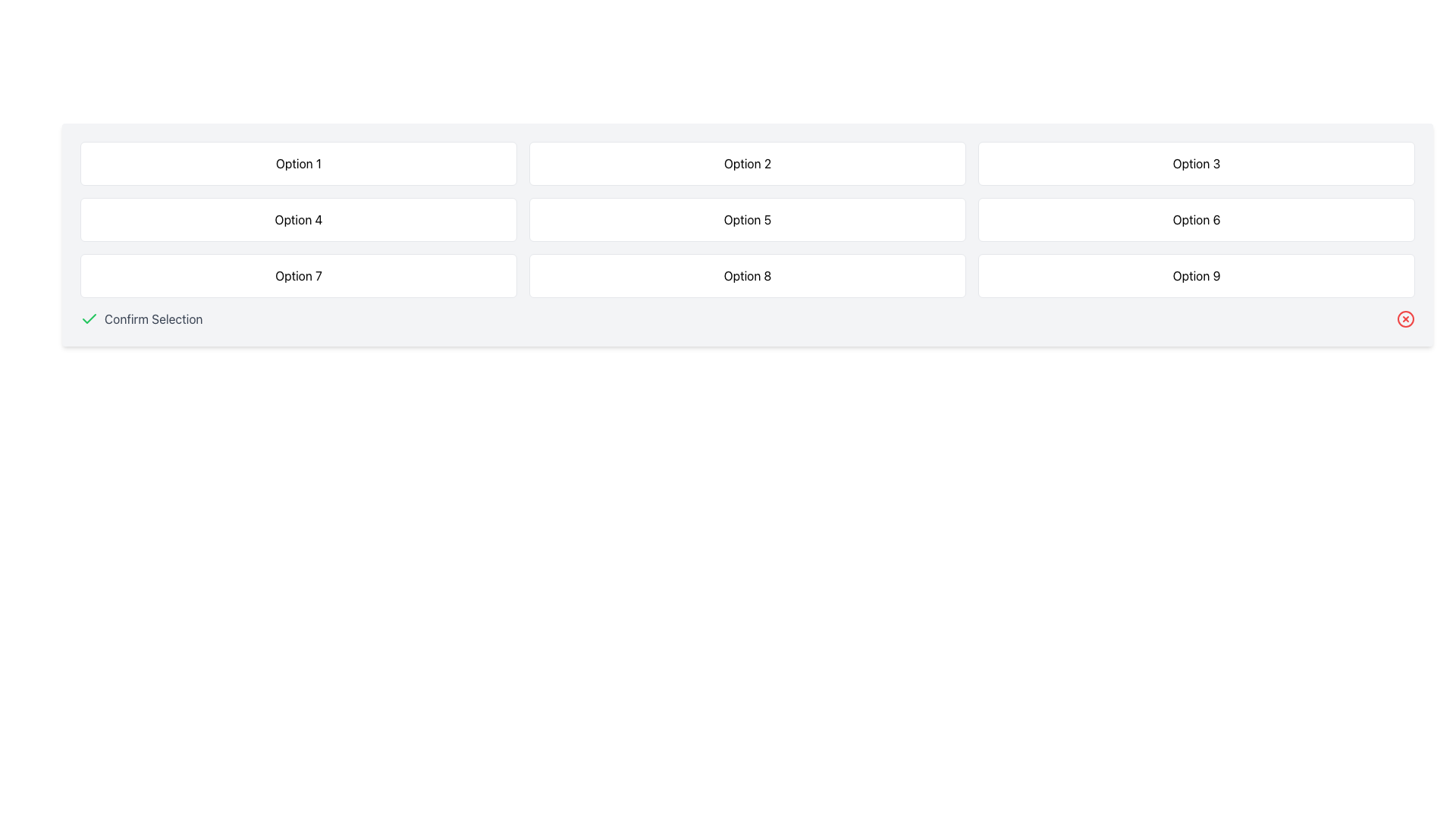  Describe the element at coordinates (747, 219) in the screenshot. I see `the selectable option button located in the middle column of the second row in a grid of choices` at that location.